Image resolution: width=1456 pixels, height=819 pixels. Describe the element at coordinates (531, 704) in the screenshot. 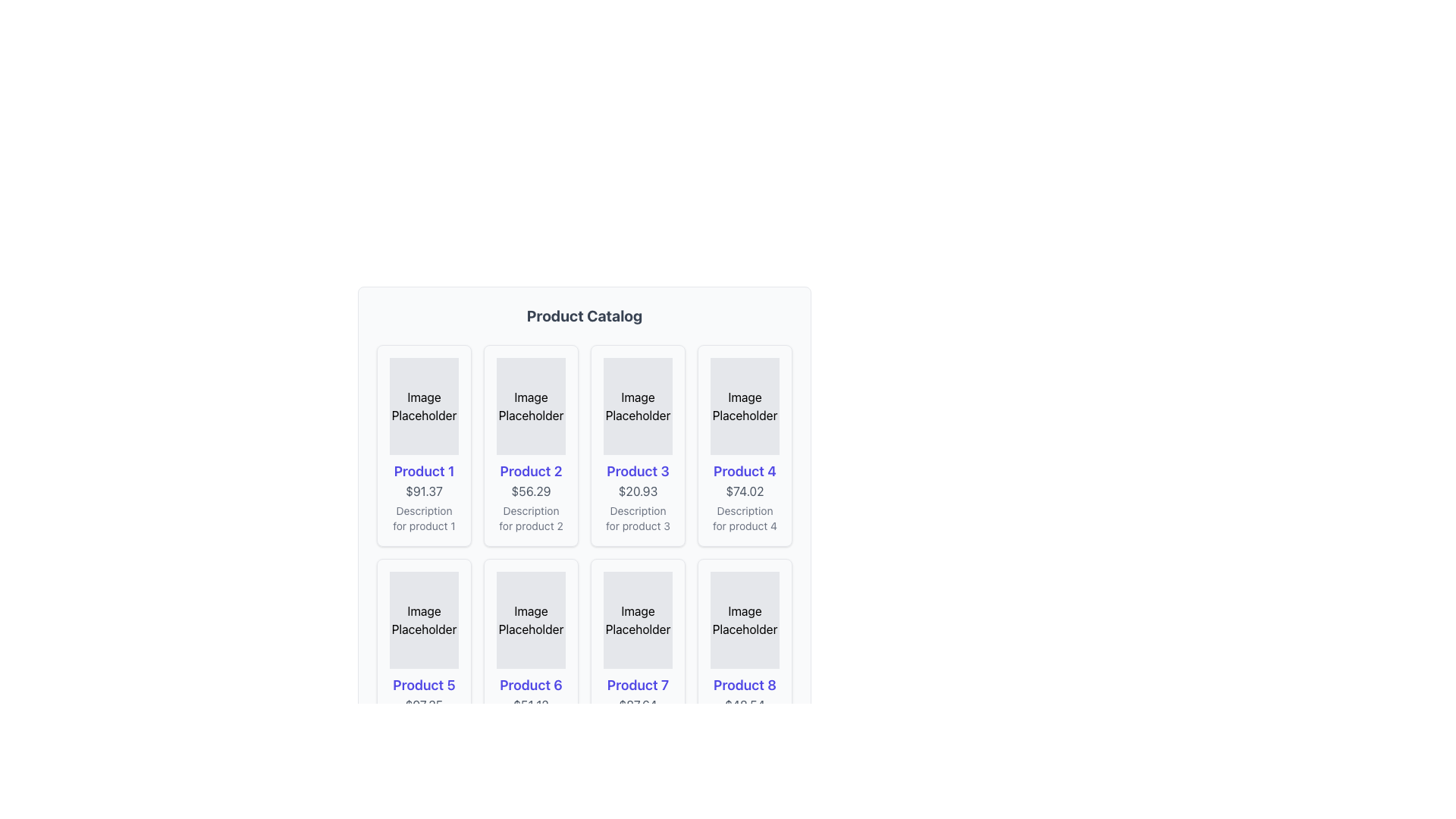

I see `the text label displaying the price value '$51.12' located beneath the title 'Product 6' in the product card` at that location.